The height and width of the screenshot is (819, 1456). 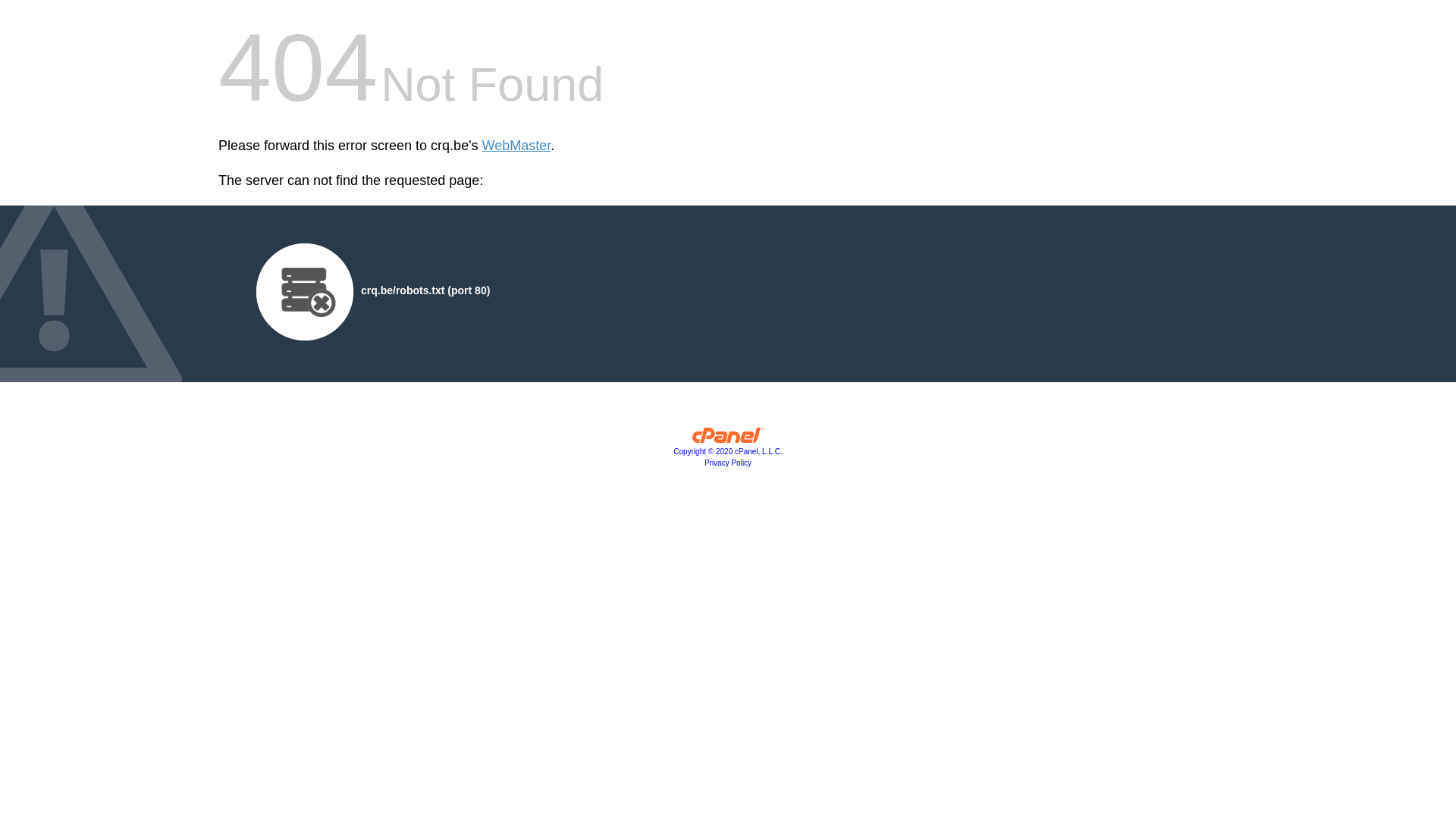 I want to click on 'WebMaster', so click(x=516, y=146).